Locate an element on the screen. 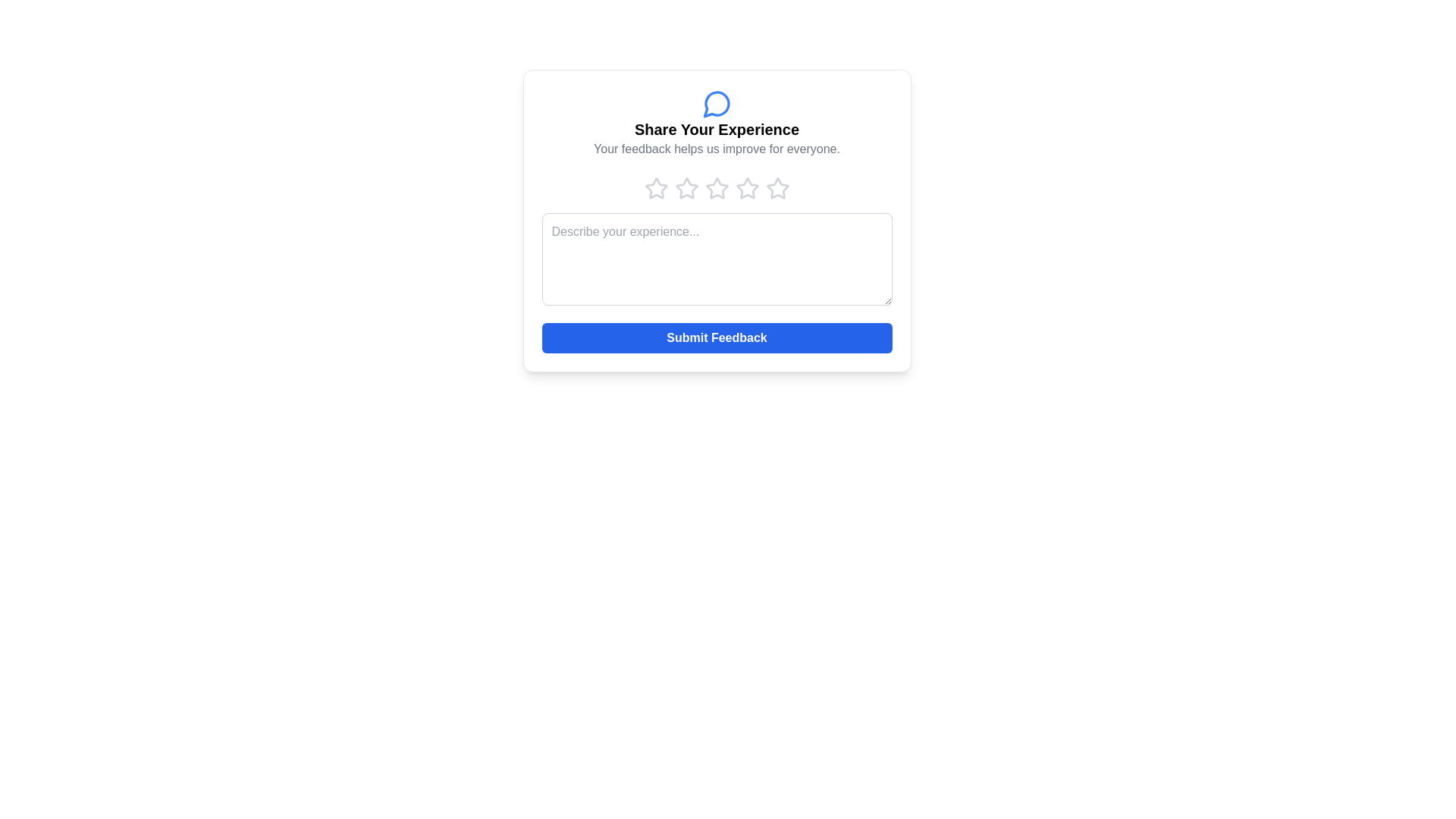 The height and width of the screenshot is (819, 1456). the fifth star icon in the five-star rating system is located at coordinates (777, 188).